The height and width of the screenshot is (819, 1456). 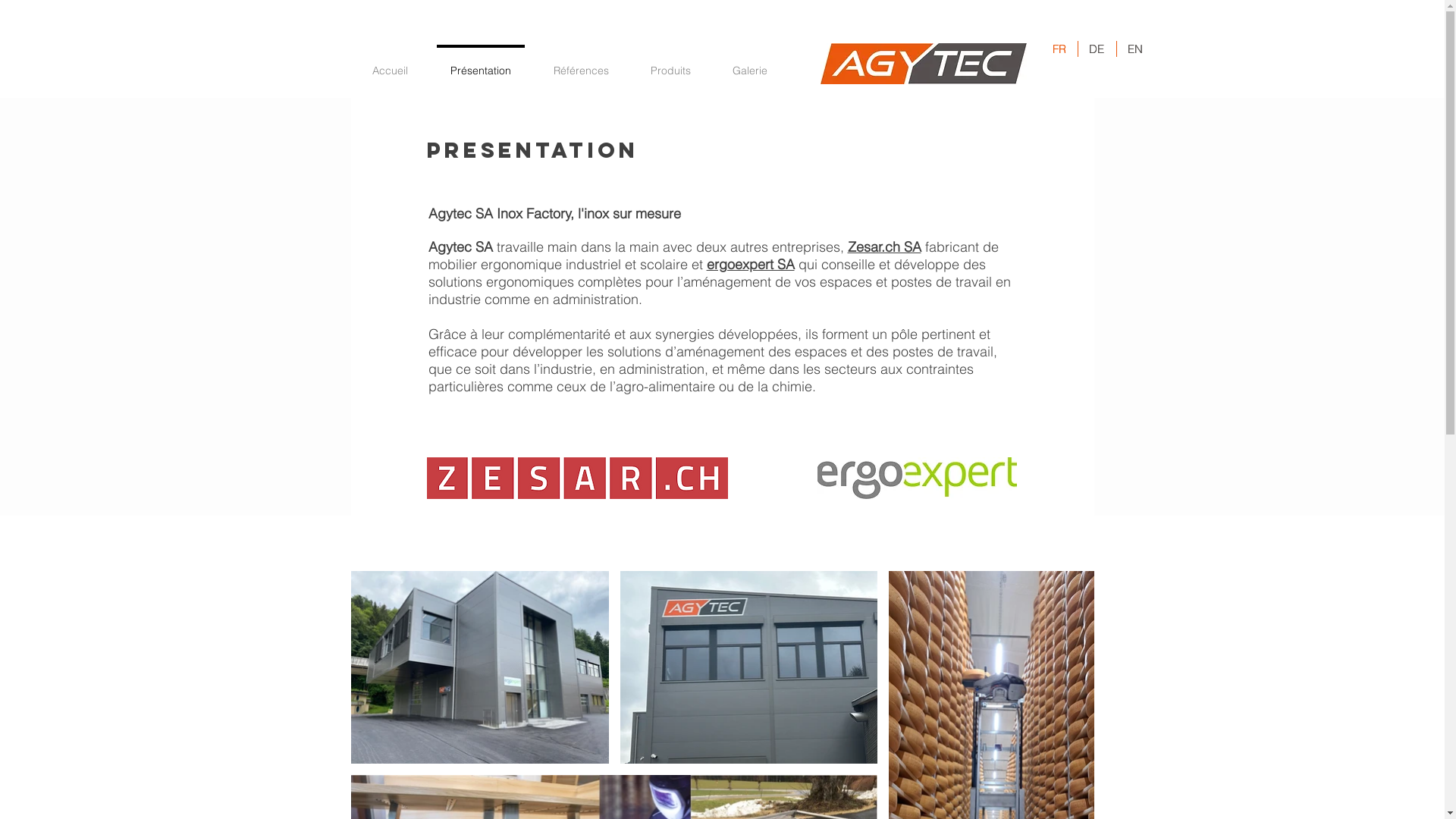 I want to click on 'Galerie', so click(x=749, y=63).